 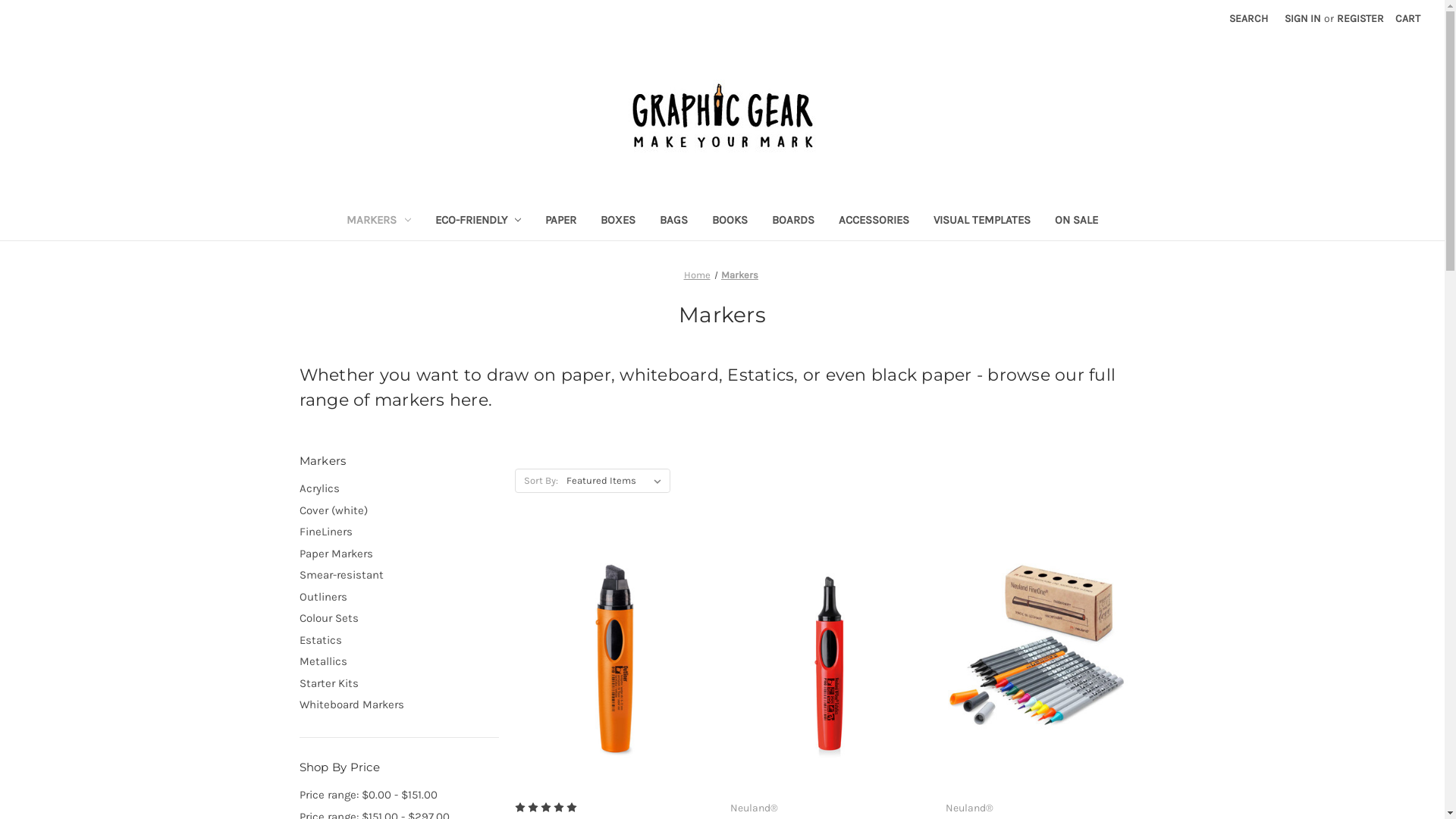 What do you see at coordinates (792, 221) in the screenshot?
I see `'BOARDS'` at bounding box center [792, 221].